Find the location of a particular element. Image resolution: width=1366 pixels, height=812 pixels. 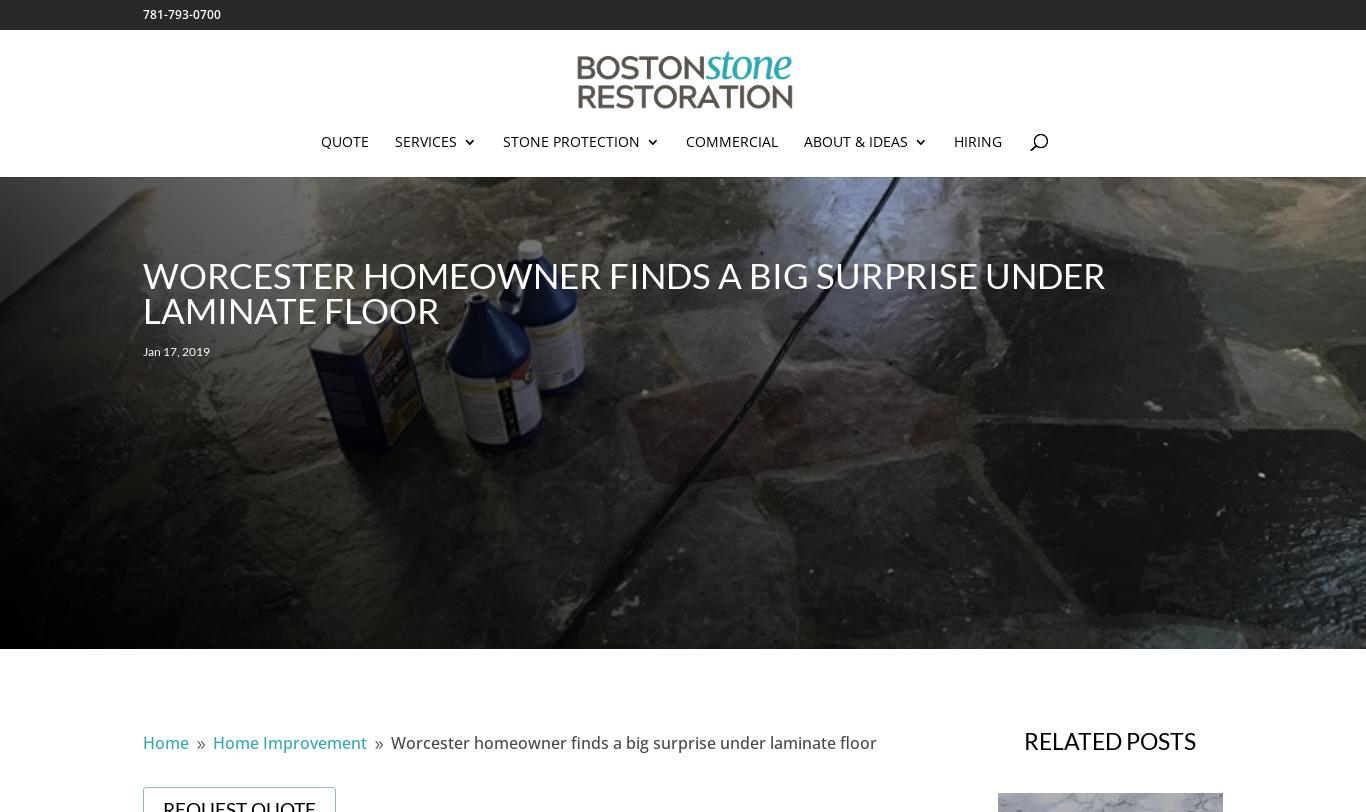

'Quote' is located at coordinates (342, 141).